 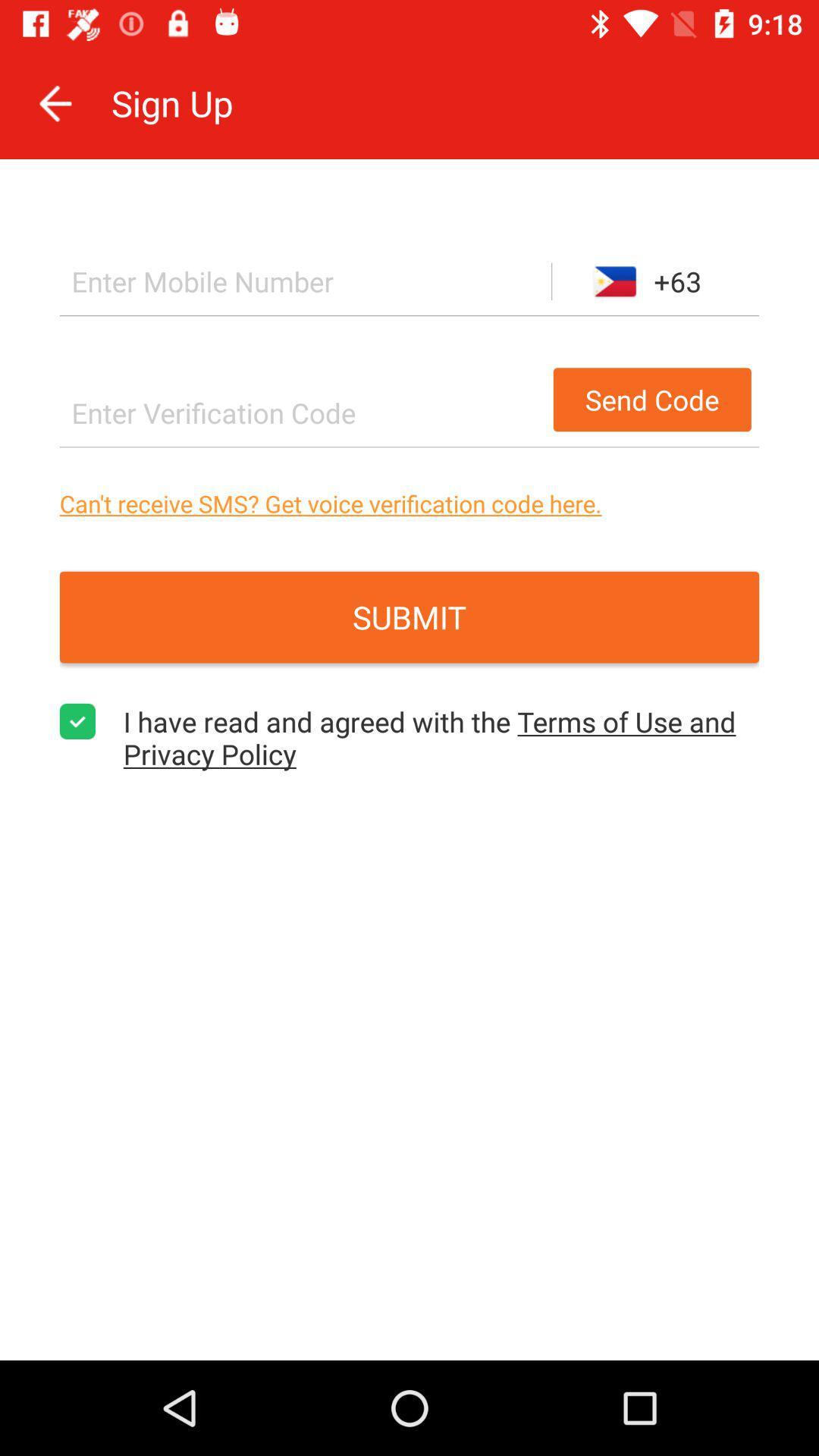 What do you see at coordinates (306, 281) in the screenshot?
I see `icon above send code` at bounding box center [306, 281].